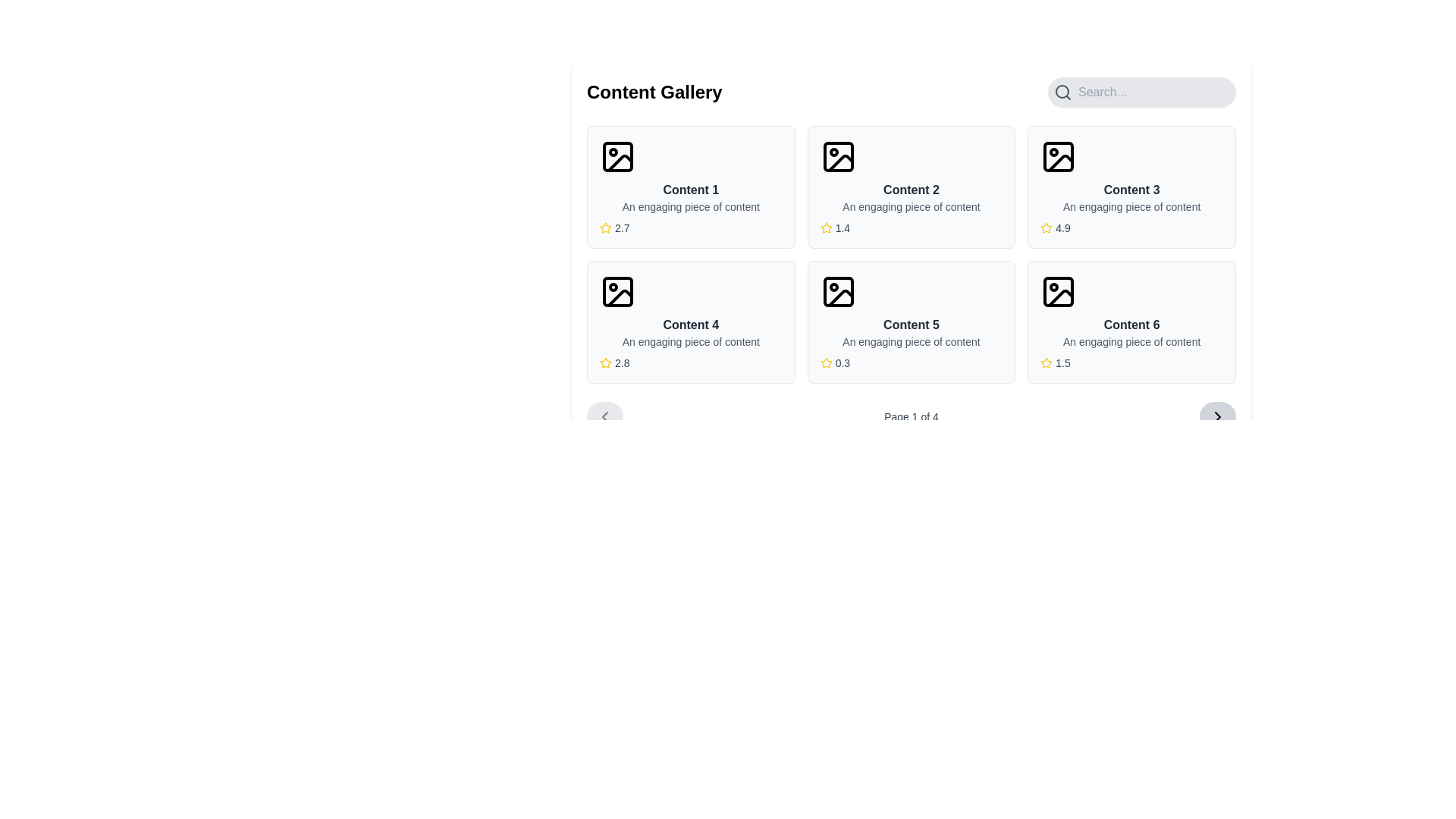 This screenshot has width=1456, height=819. Describe the element at coordinates (690, 321) in the screenshot. I see `the content display card located in the second row, first column of the grid, which displays a title, description, and rating, positioned below 'Content 1' and to the left of 'Content 5'` at that location.